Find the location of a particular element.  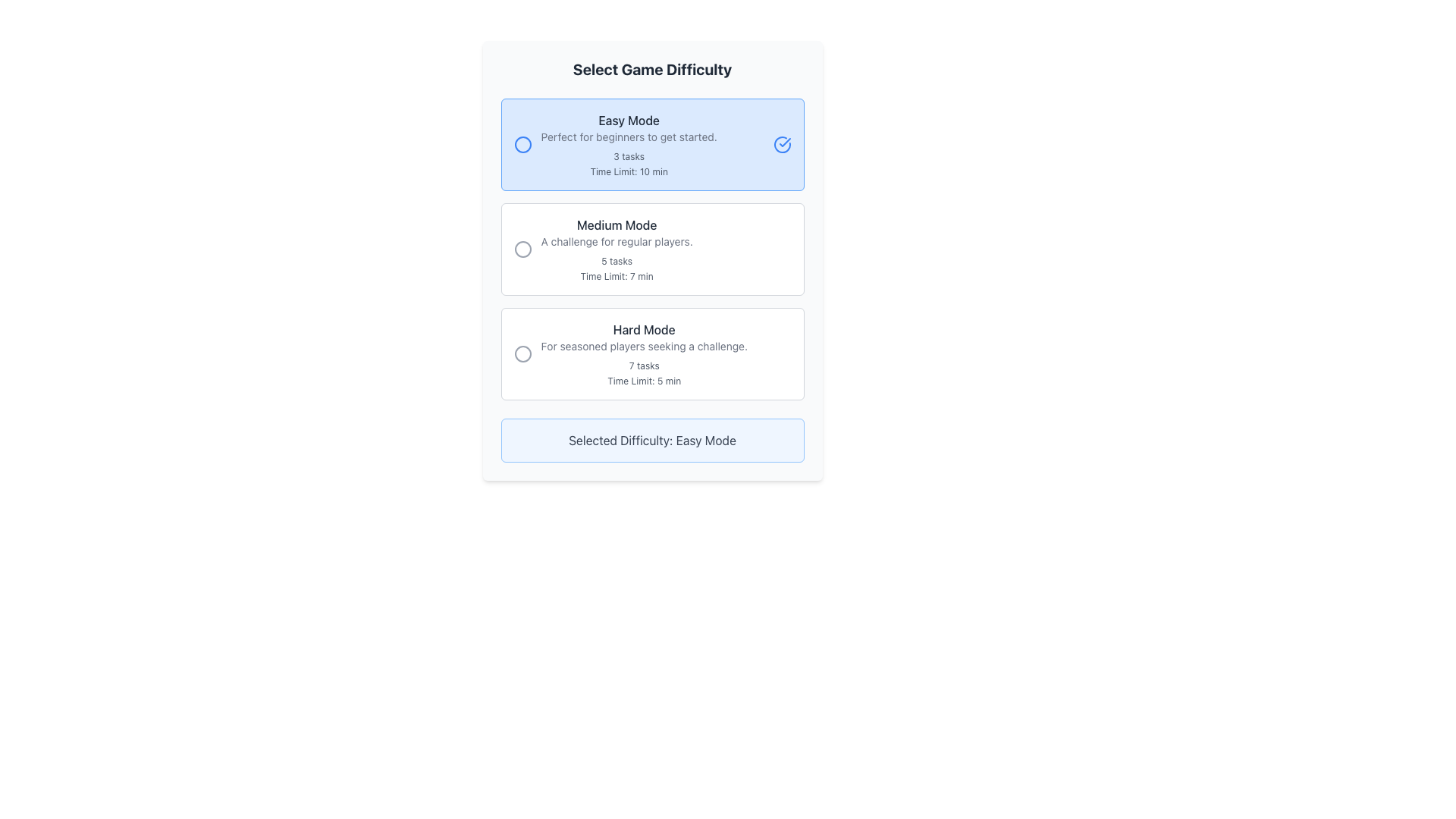

the informational label that provides the time restriction for the 'Hard Mode' task, located below '7 tasks' in the 'Hard Mode' section of the interface is located at coordinates (644, 380).